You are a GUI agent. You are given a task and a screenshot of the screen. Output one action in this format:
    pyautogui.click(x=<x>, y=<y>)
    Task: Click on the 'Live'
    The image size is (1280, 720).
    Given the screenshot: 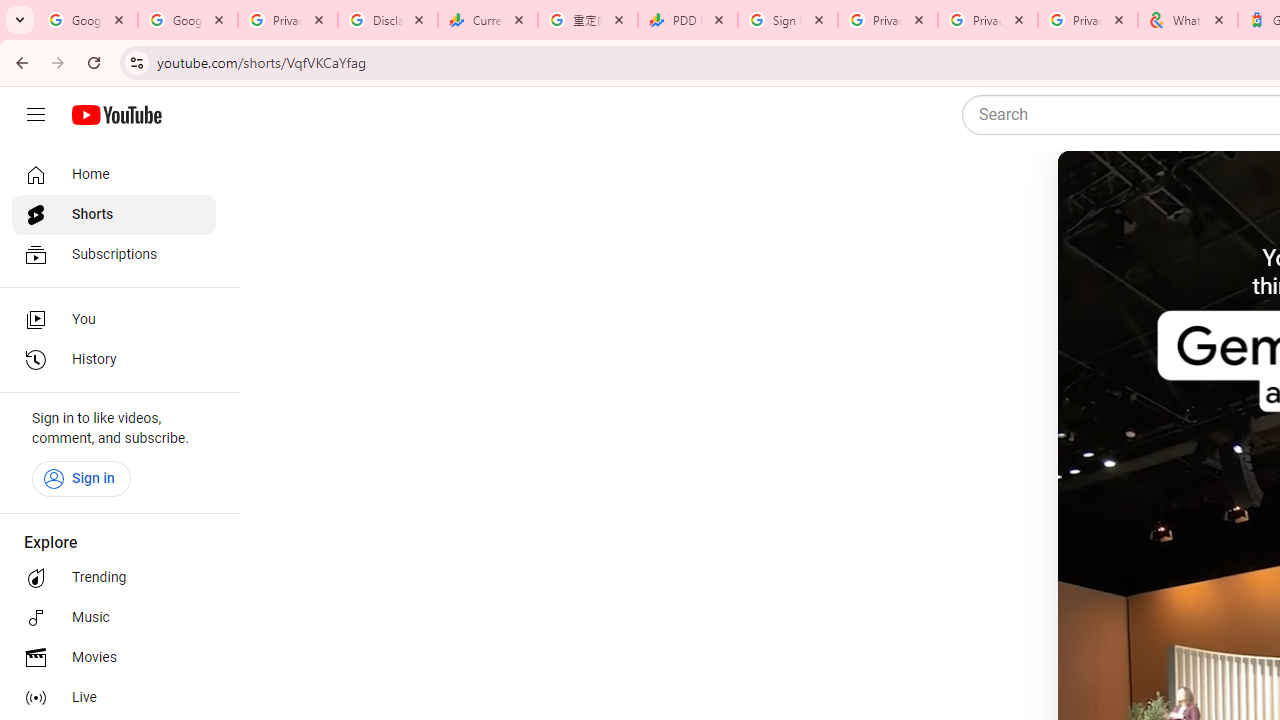 What is the action you would take?
    pyautogui.click(x=112, y=697)
    